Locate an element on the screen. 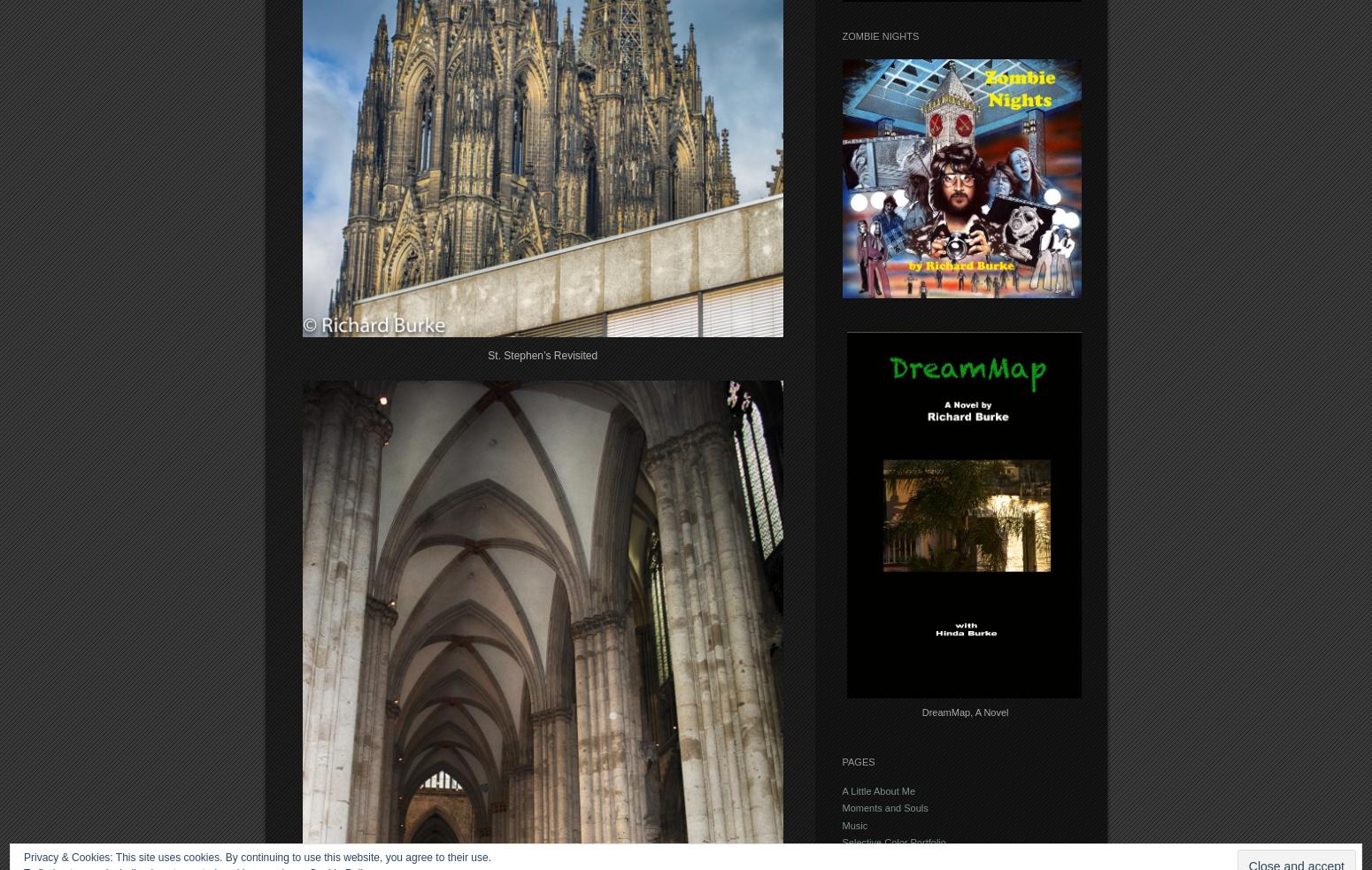 The width and height of the screenshot is (1372, 870). 'Music' is located at coordinates (840, 824).